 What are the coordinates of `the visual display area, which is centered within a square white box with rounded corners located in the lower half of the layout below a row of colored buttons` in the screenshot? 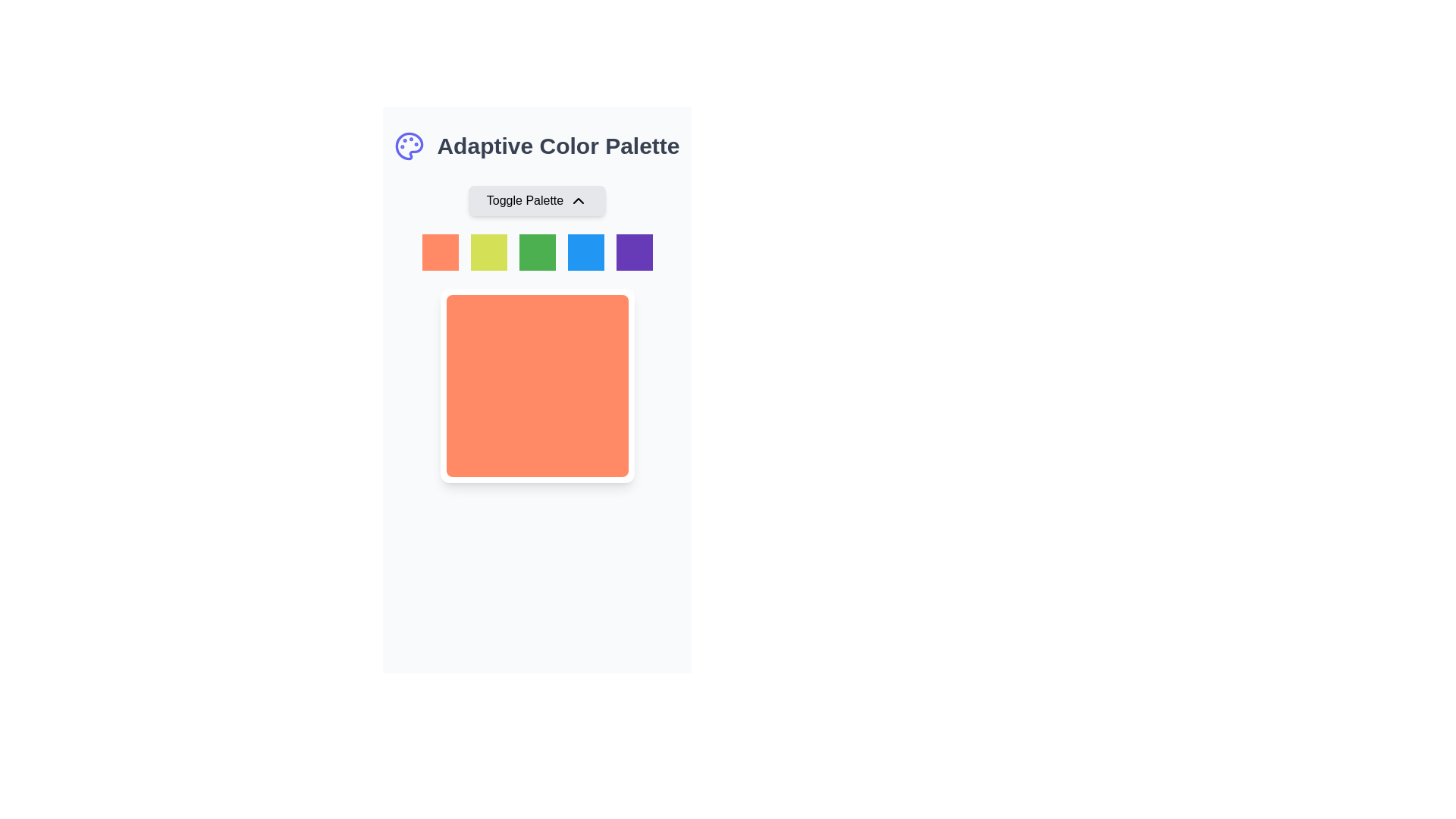 It's located at (537, 385).